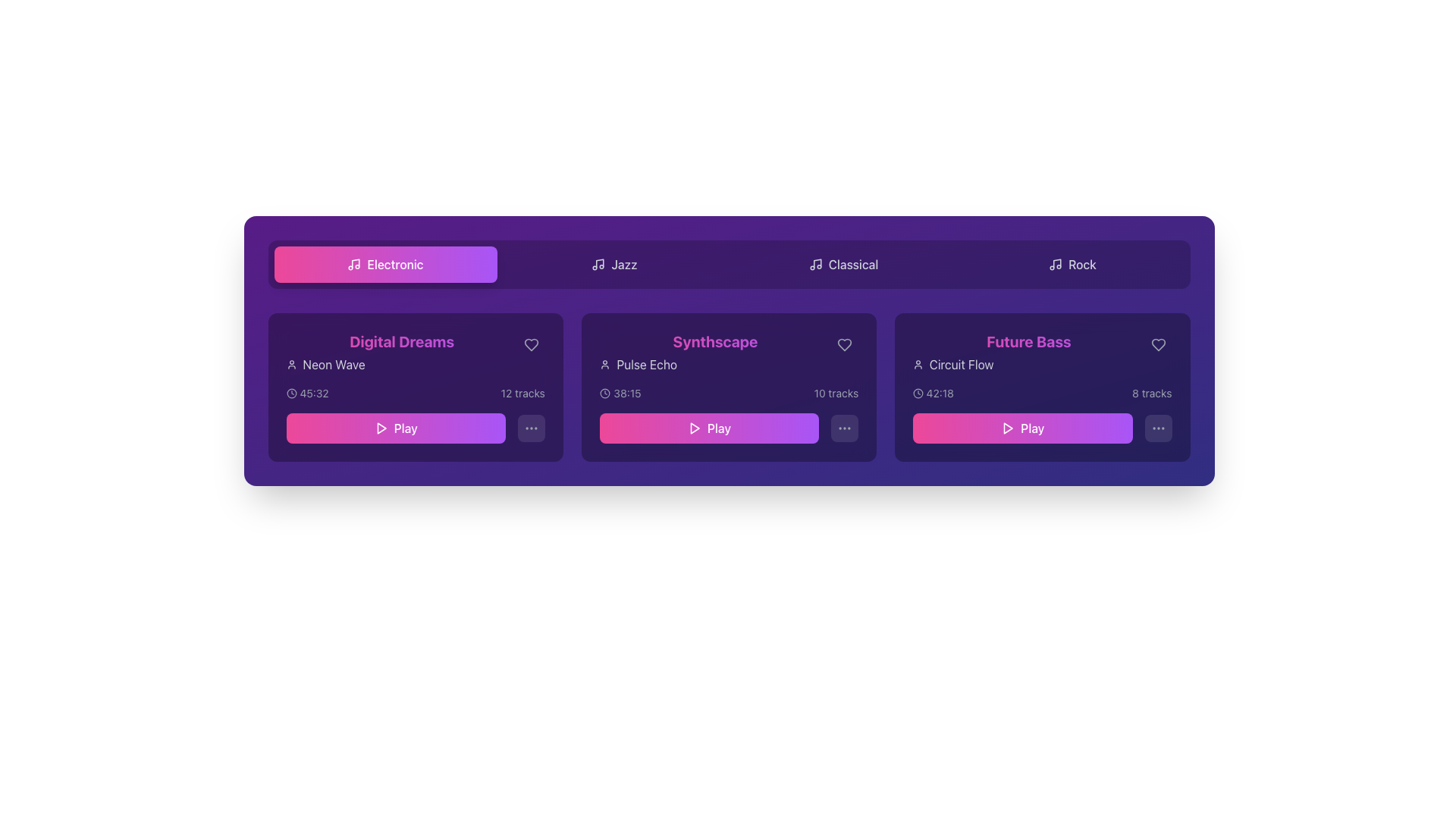 The width and height of the screenshot is (1456, 819). Describe the element at coordinates (853, 263) in the screenshot. I see `the 'Classical' text label, which indicates a music genre category and is the third label in a horizontal row of four labels` at that location.